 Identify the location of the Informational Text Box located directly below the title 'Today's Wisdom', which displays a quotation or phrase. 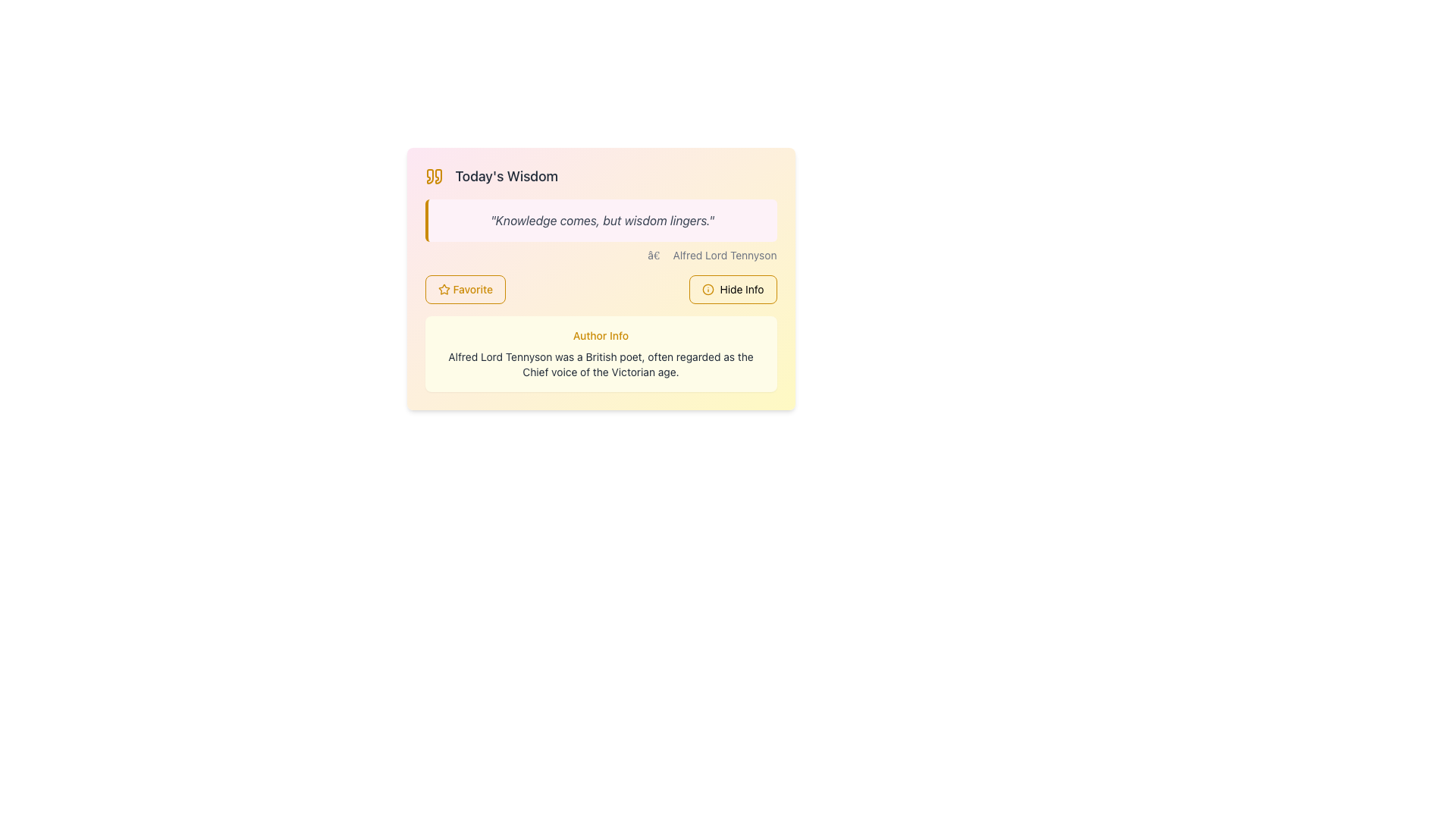
(600, 220).